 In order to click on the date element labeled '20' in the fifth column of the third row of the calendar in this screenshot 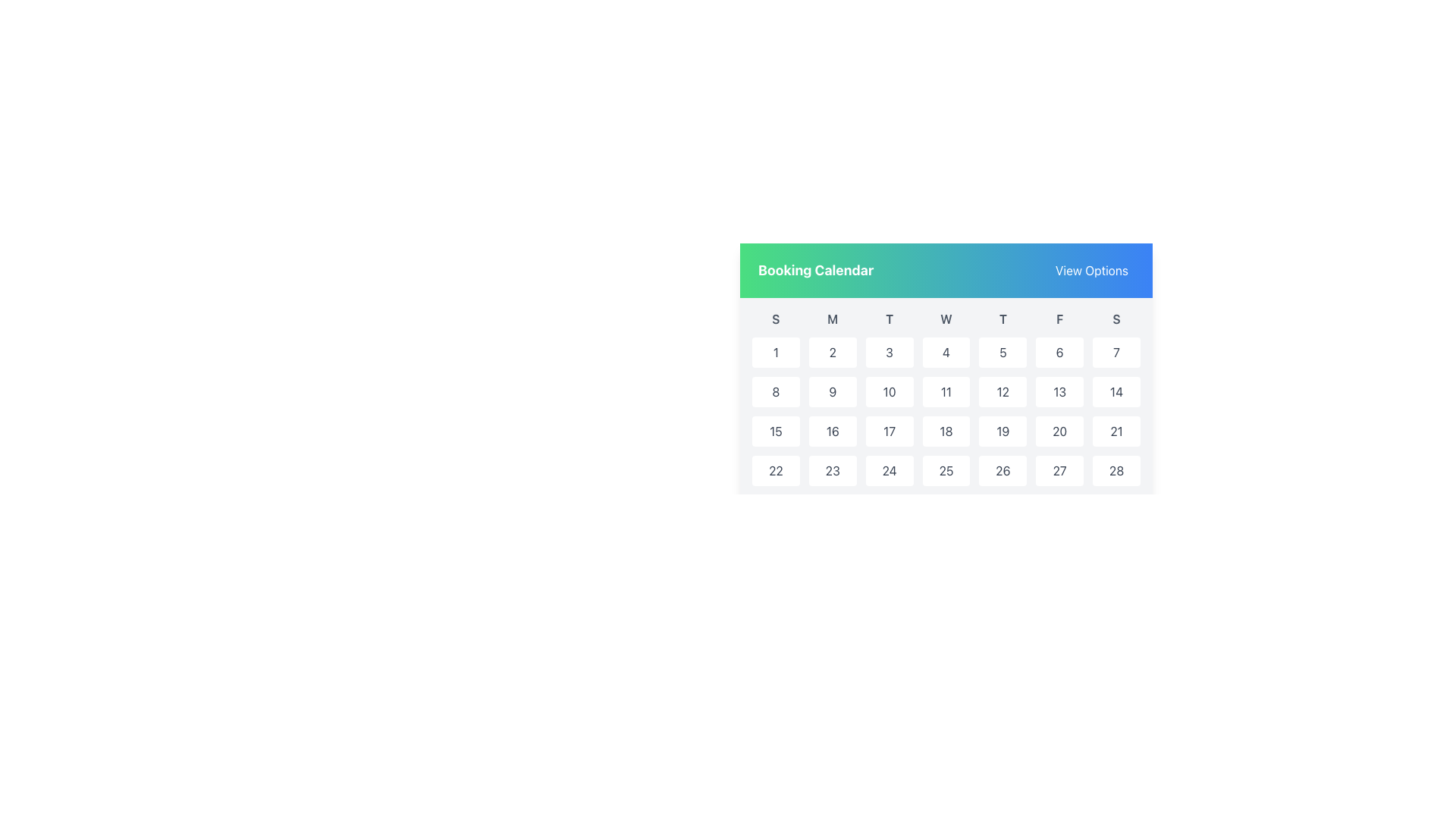, I will do `click(1058, 431)`.